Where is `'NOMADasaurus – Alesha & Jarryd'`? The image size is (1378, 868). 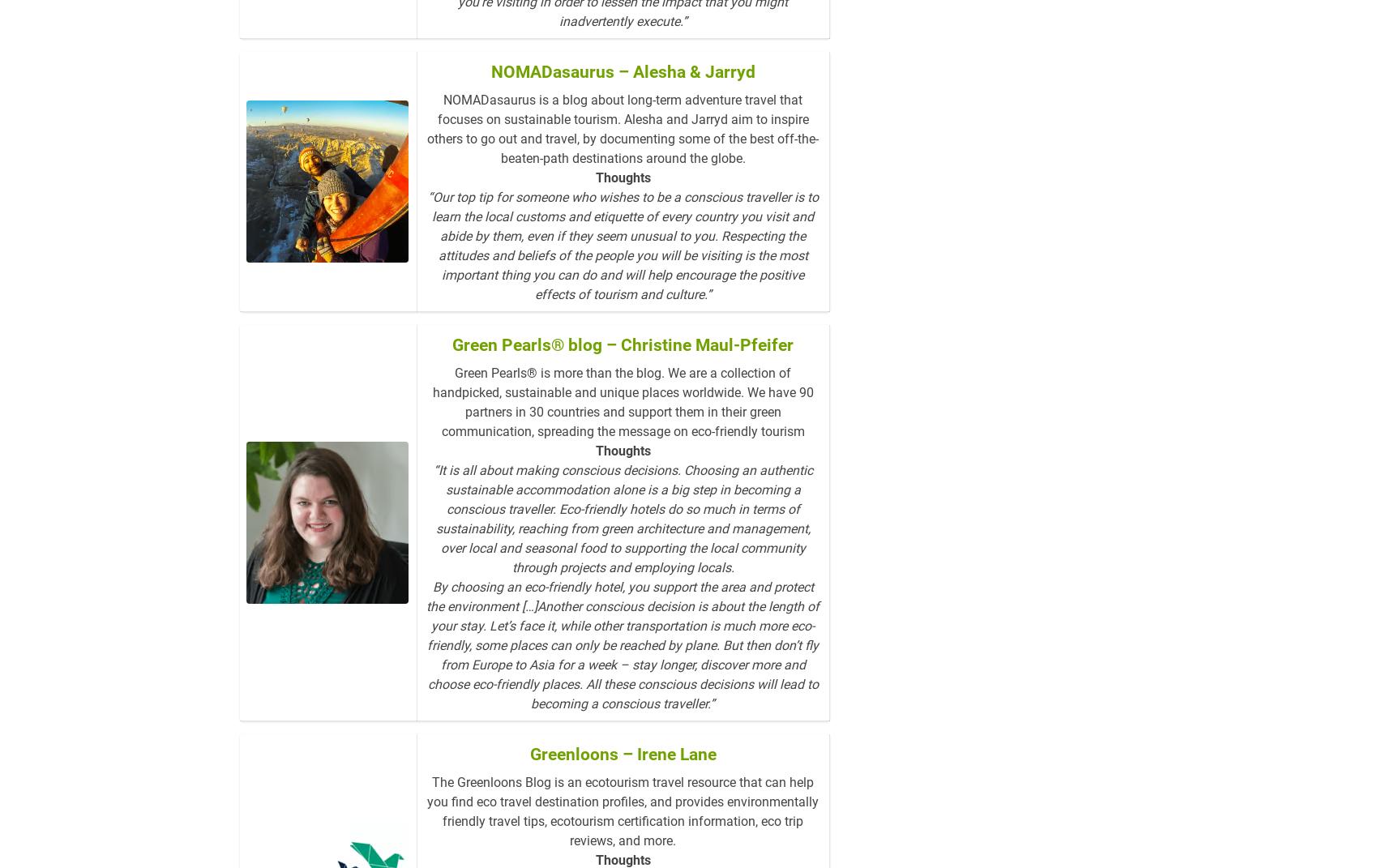 'NOMADasaurus – Alesha & Jarryd' is located at coordinates (622, 71).